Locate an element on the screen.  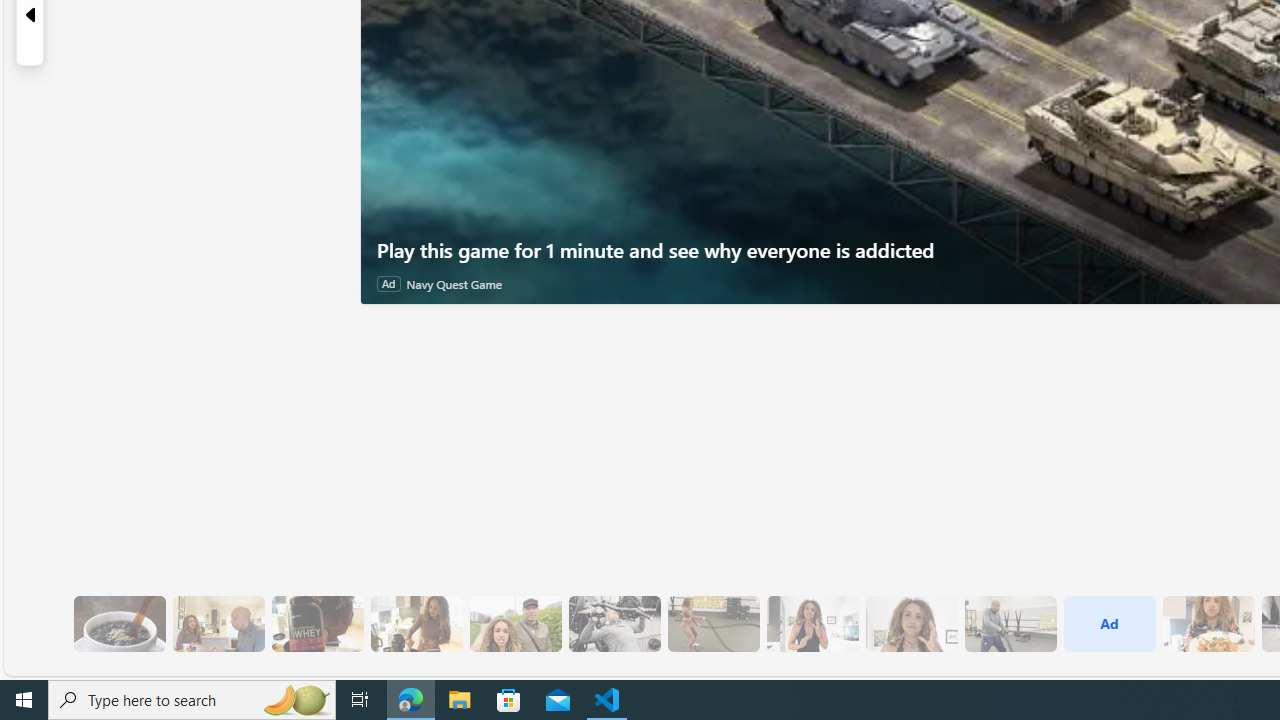
'5 She Eats Less Than Her Husband' is located at coordinates (218, 623).